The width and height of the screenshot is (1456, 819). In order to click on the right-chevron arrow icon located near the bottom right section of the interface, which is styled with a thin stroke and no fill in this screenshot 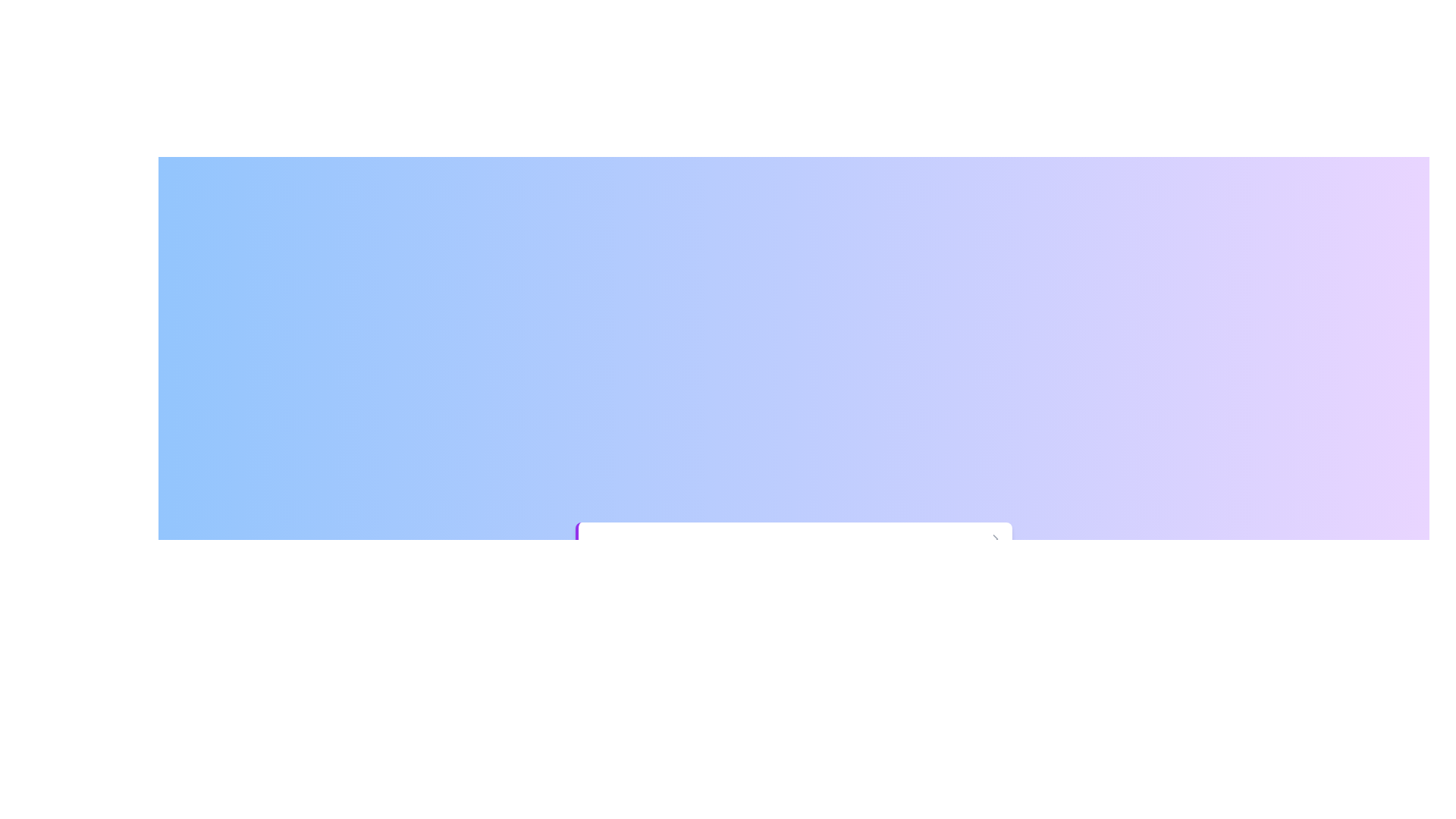, I will do `click(996, 538)`.